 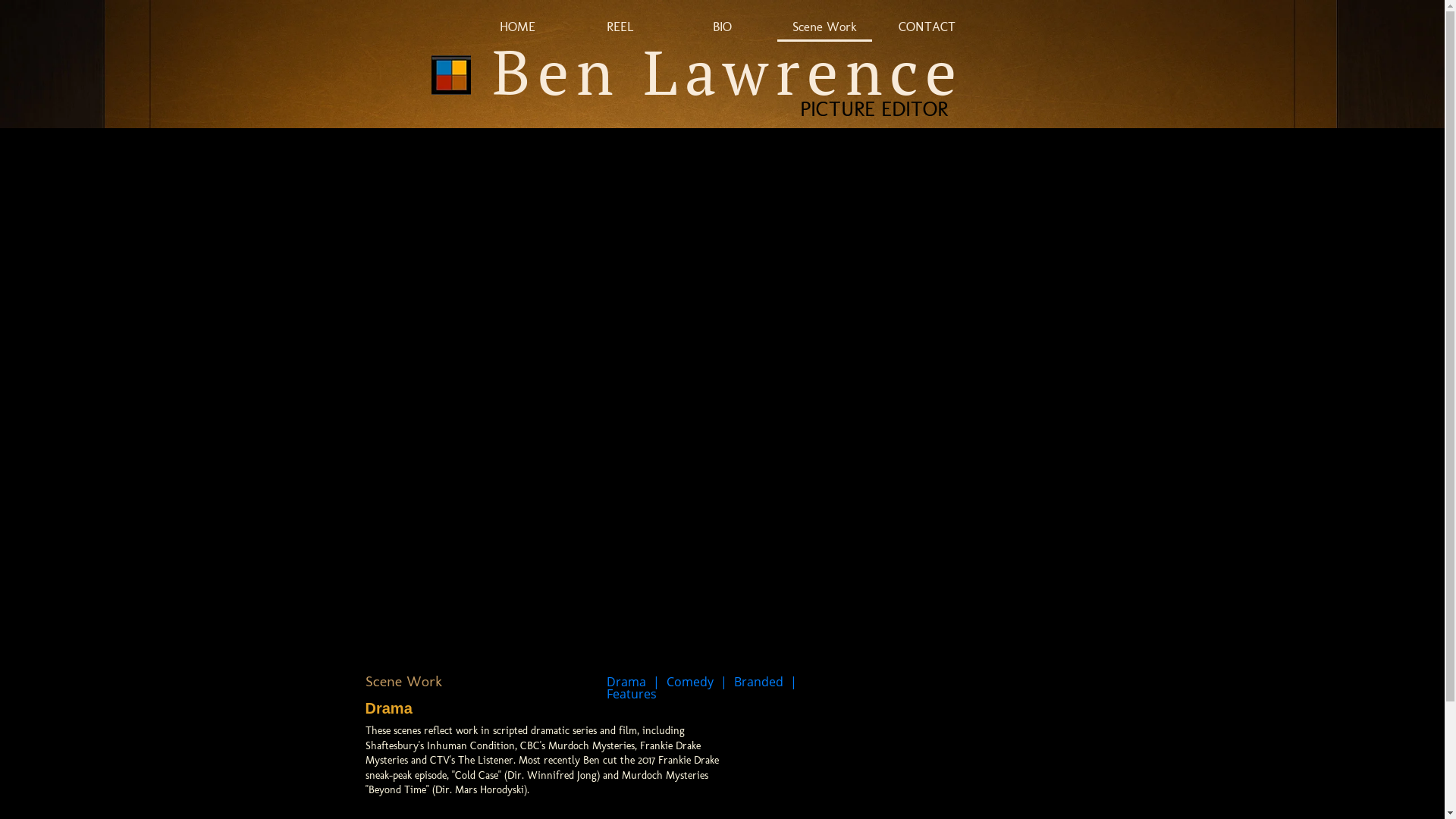 What do you see at coordinates (620, 28) in the screenshot?
I see `'REEL'` at bounding box center [620, 28].